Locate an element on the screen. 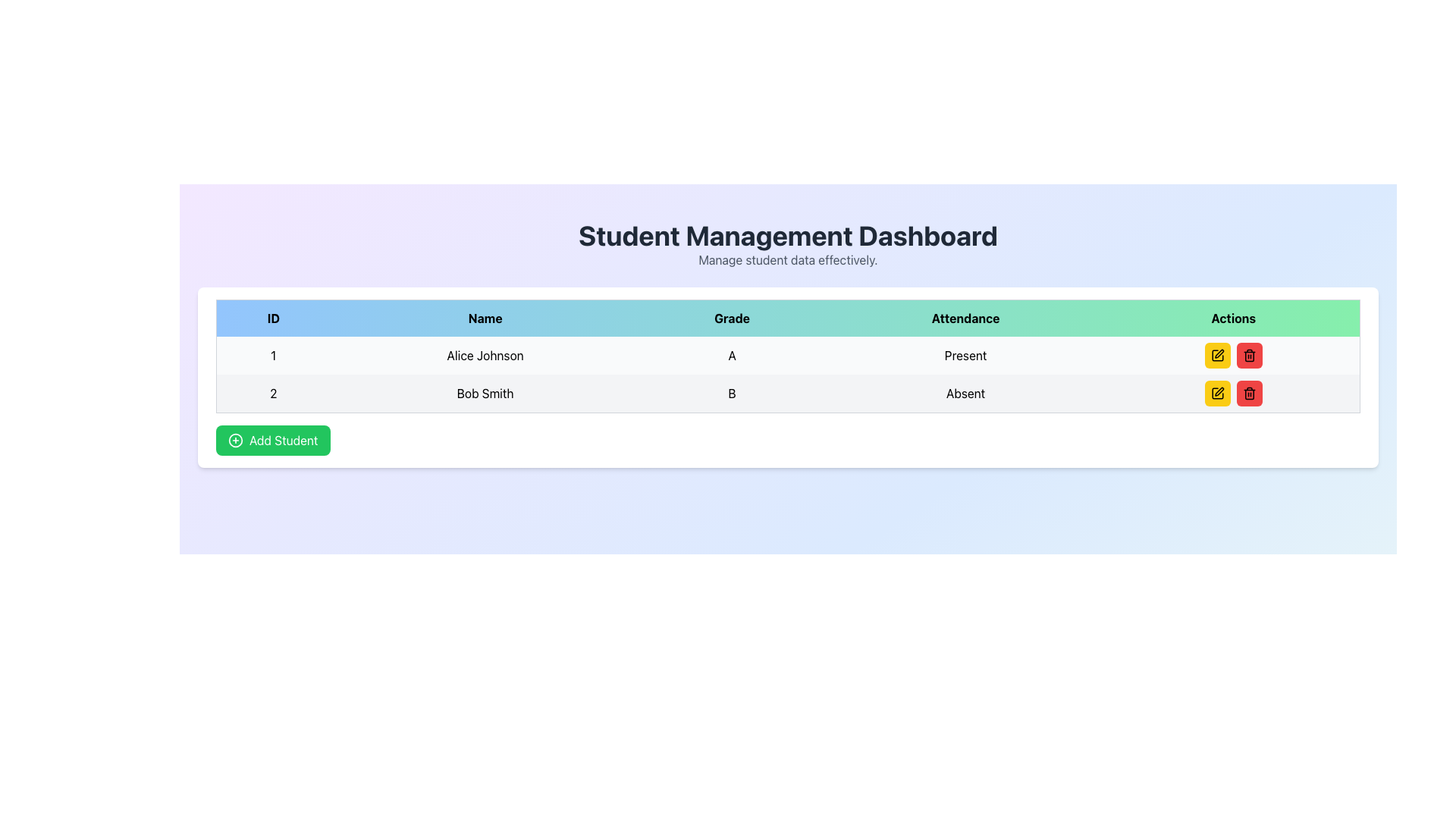 Image resolution: width=1456 pixels, height=819 pixels. the edit button located in the 'Actions' column of the second row in the data table to initiate the edit action is located at coordinates (1217, 356).